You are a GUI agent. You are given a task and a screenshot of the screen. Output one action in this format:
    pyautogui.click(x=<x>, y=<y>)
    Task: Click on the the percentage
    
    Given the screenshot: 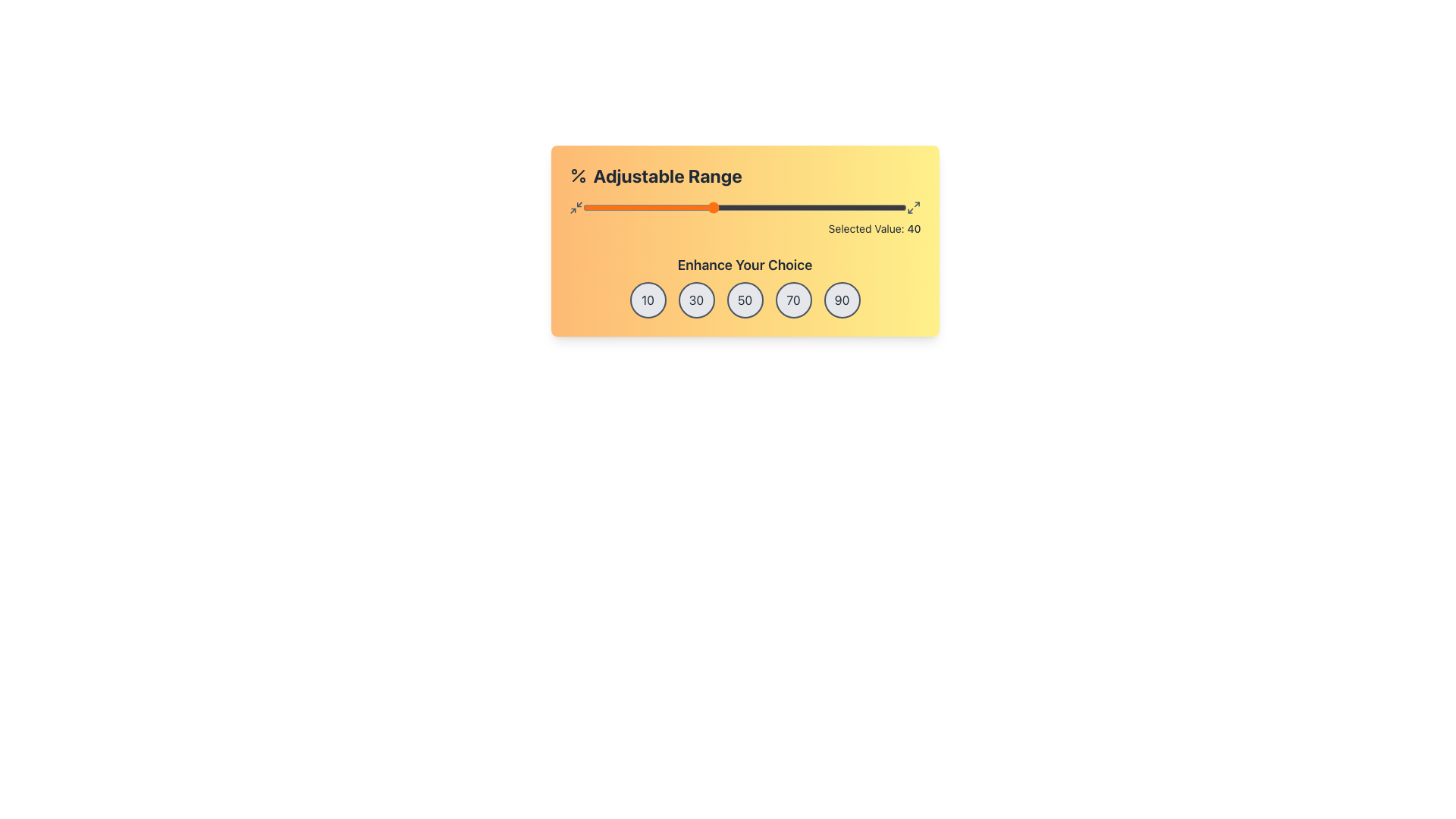 What is the action you would take?
    pyautogui.click(x=582, y=207)
    